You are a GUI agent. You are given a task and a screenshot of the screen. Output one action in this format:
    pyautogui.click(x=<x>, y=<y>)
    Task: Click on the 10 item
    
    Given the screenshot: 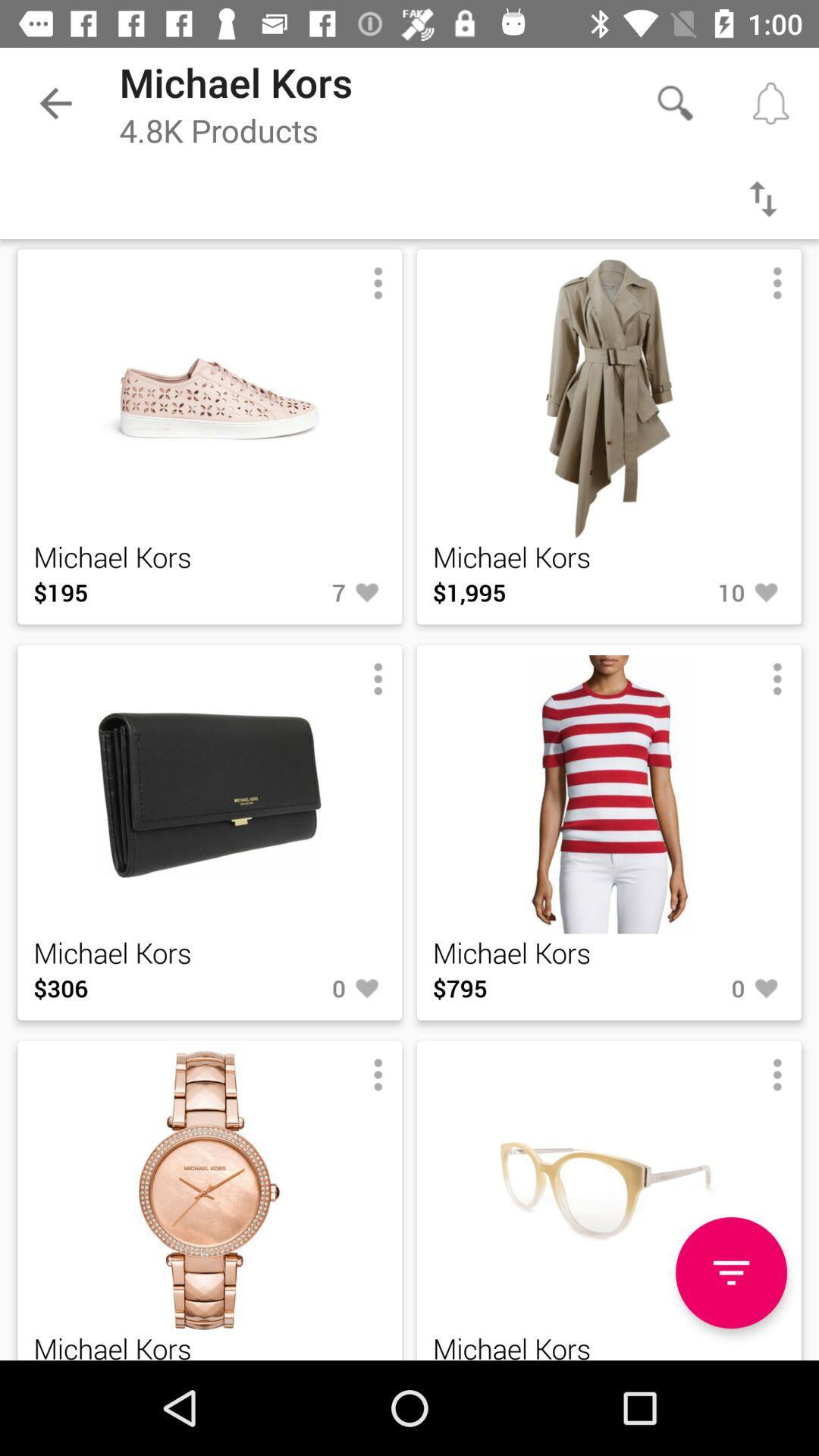 What is the action you would take?
    pyautogui.click(x=697, y=591)
    